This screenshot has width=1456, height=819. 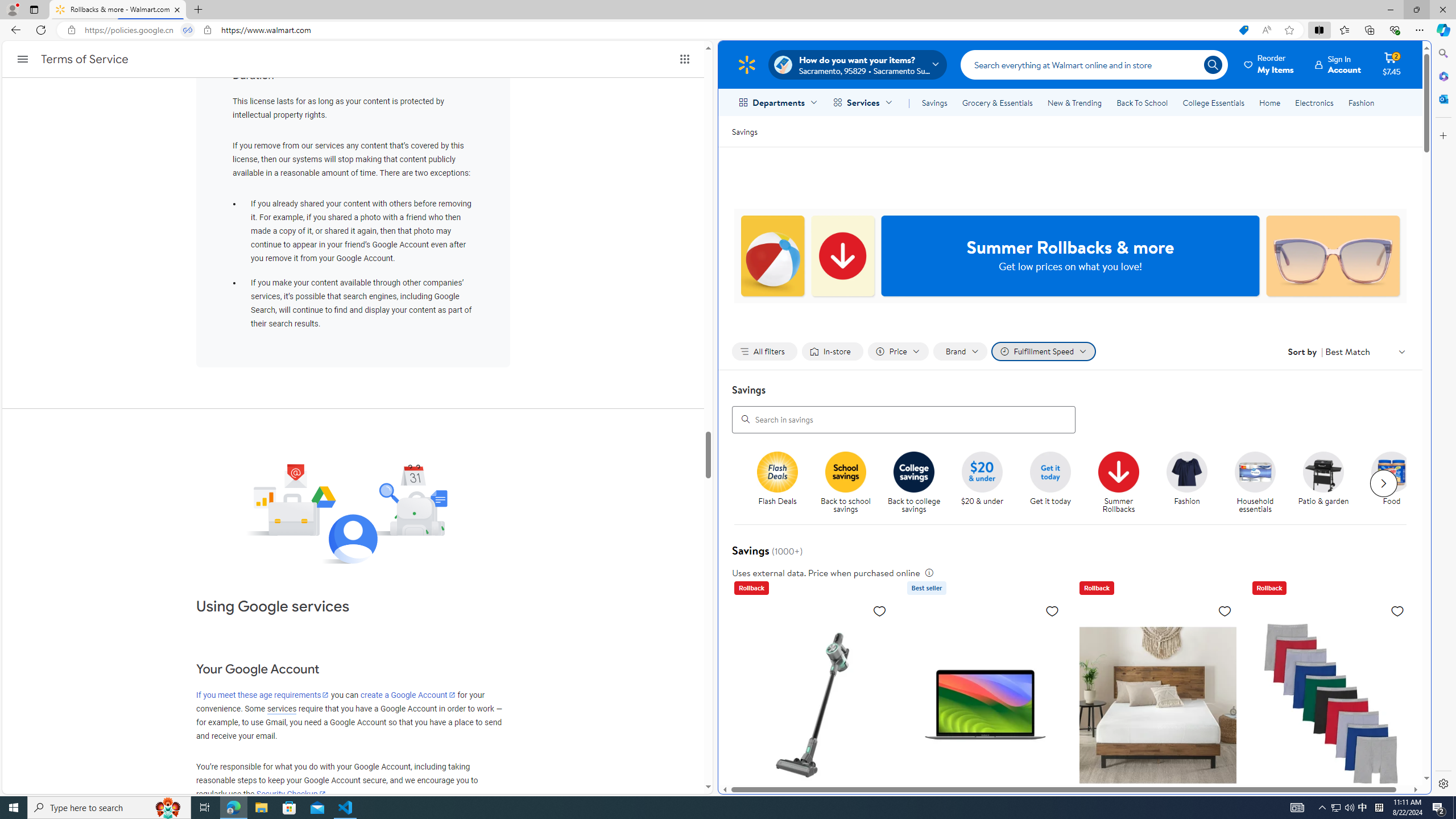 What do you see at coordinates (1054, 483) in the screenshot?
I see `'Get it today'` at bounding box center [1054, 483].